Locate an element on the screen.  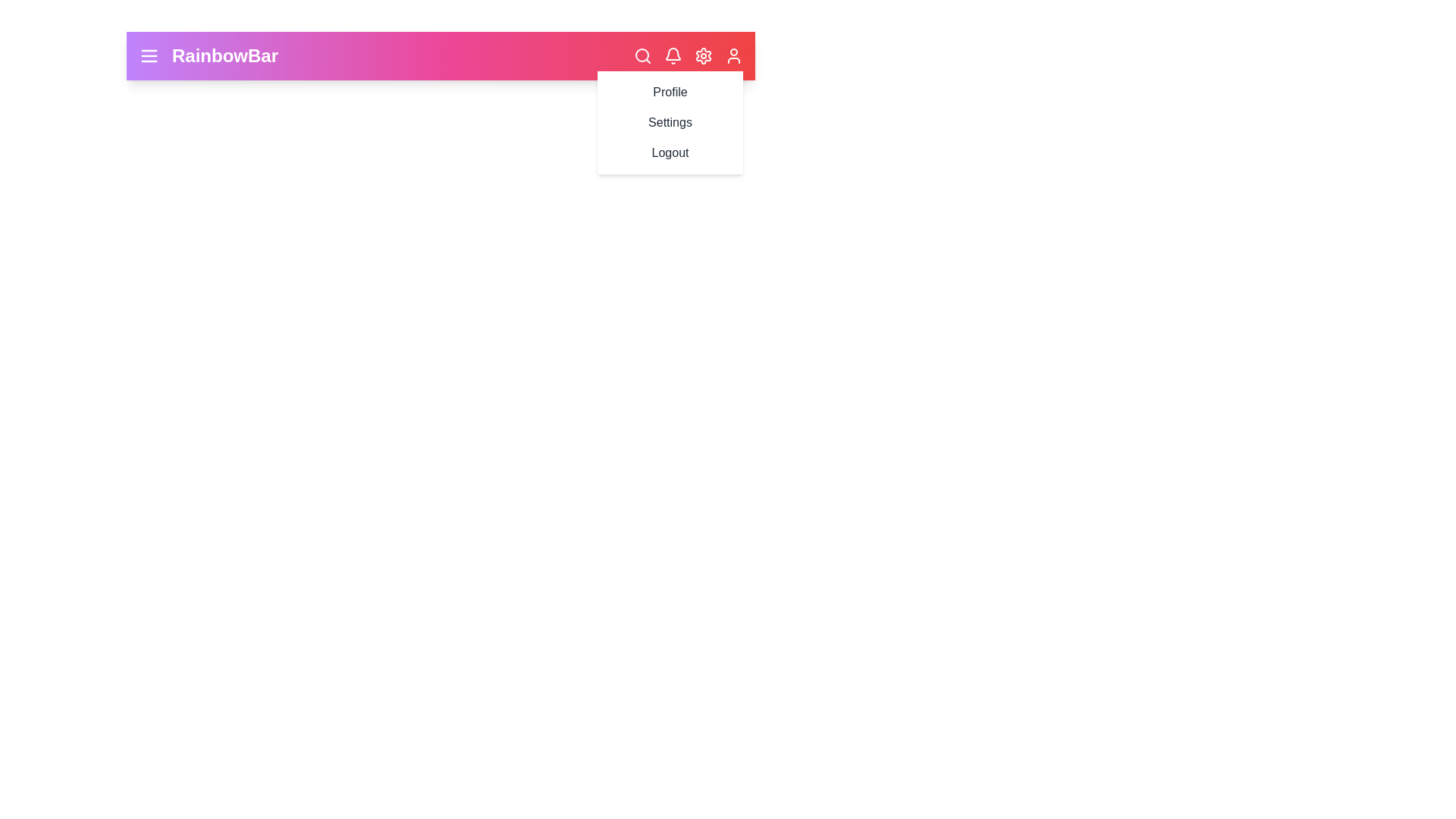
the 'Logout' option in the user menu is located at coordinates (669, 152).